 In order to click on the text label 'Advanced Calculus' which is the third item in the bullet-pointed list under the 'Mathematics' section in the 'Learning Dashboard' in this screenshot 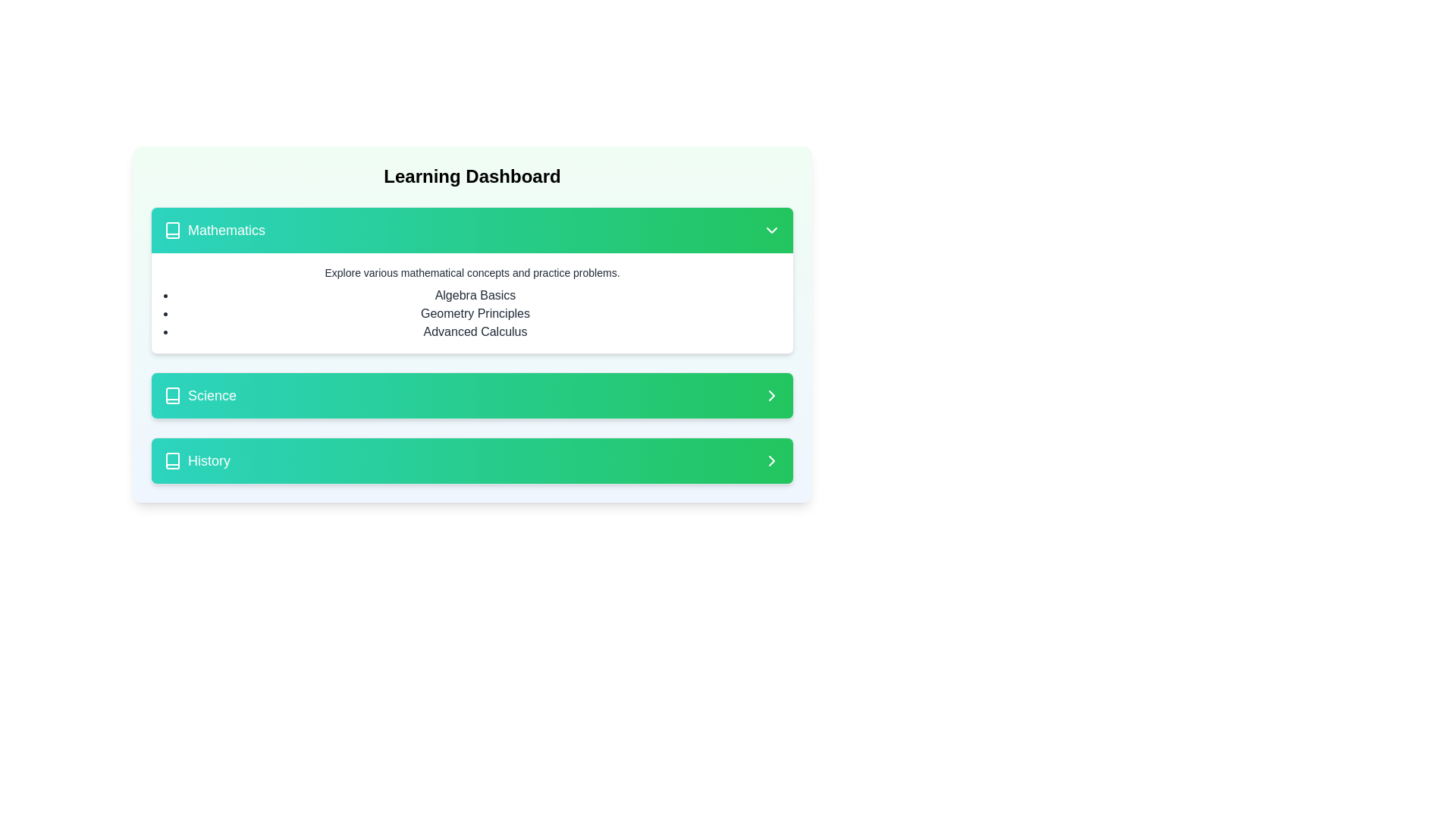, I will do `click(475, 331)`.